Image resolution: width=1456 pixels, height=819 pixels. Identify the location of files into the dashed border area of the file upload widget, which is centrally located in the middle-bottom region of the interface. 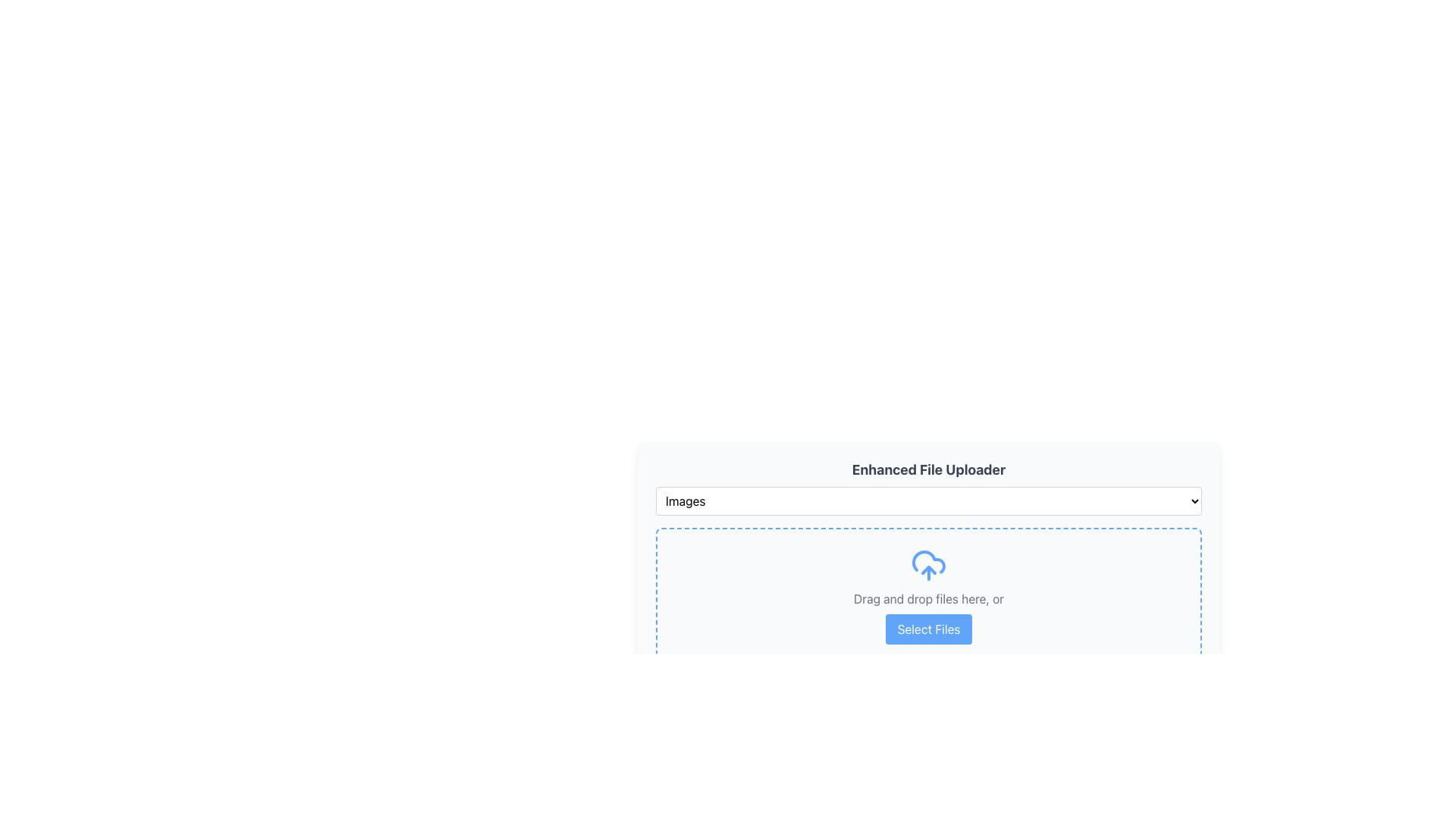
(927, 537).